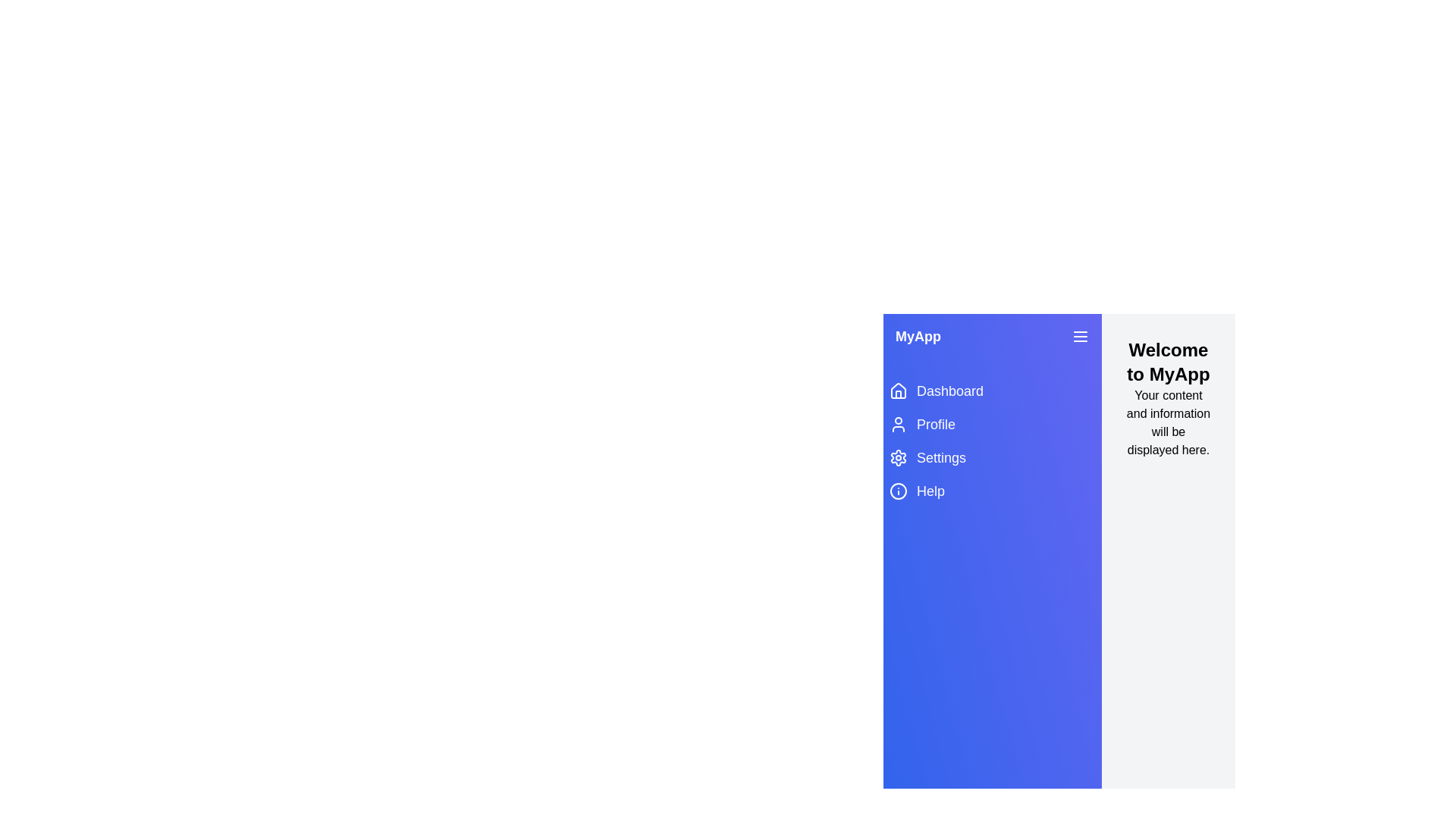 The width and height of the screenshot is (1456, 819). What do you see at coordinates (993, 424) in the screenshot?
I see `the 'Profile' menu item to navigate to the 'Profile' page` at bounding box center [993, 424].